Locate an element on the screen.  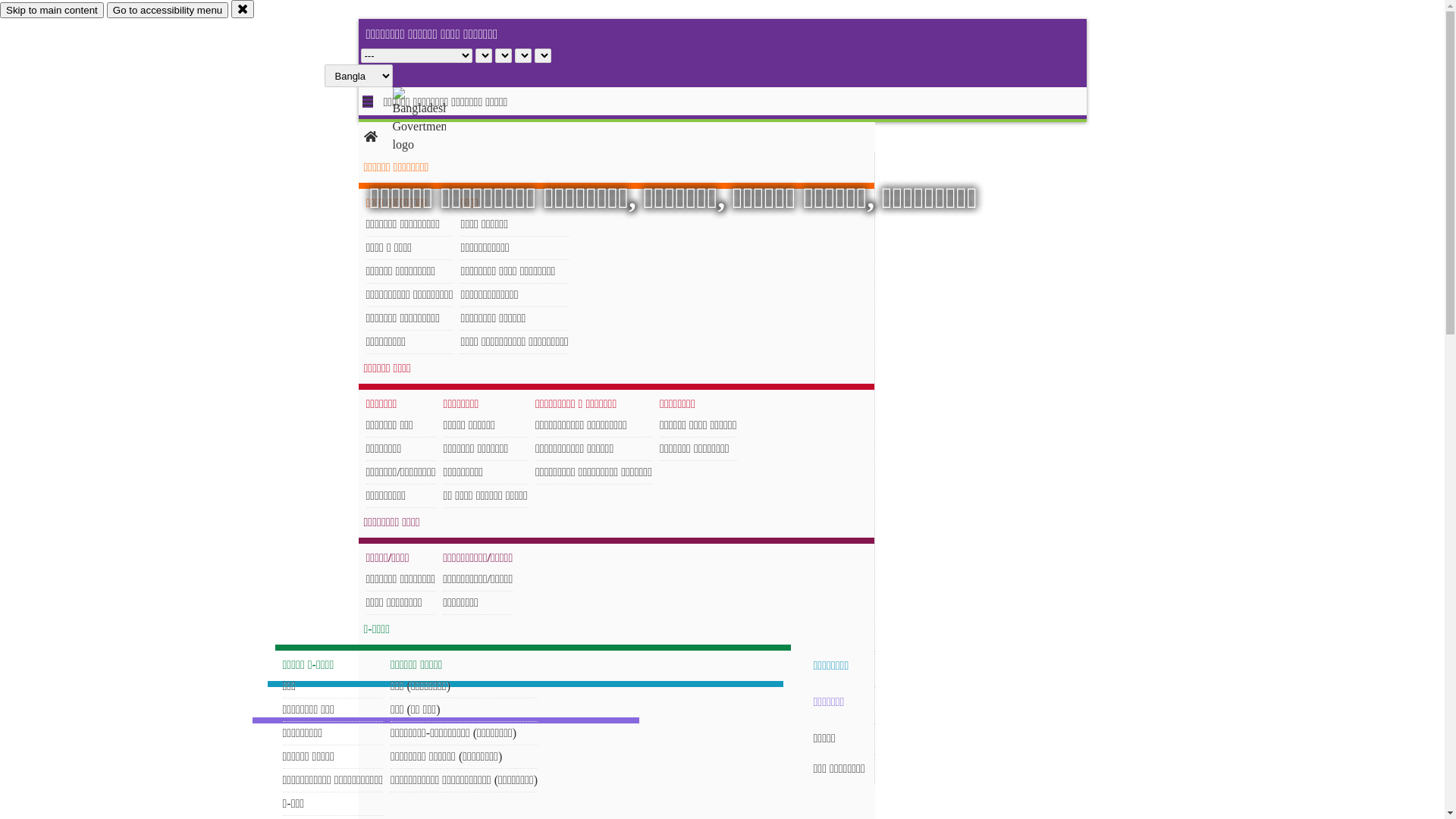
' is located at coordinates (431, 119).